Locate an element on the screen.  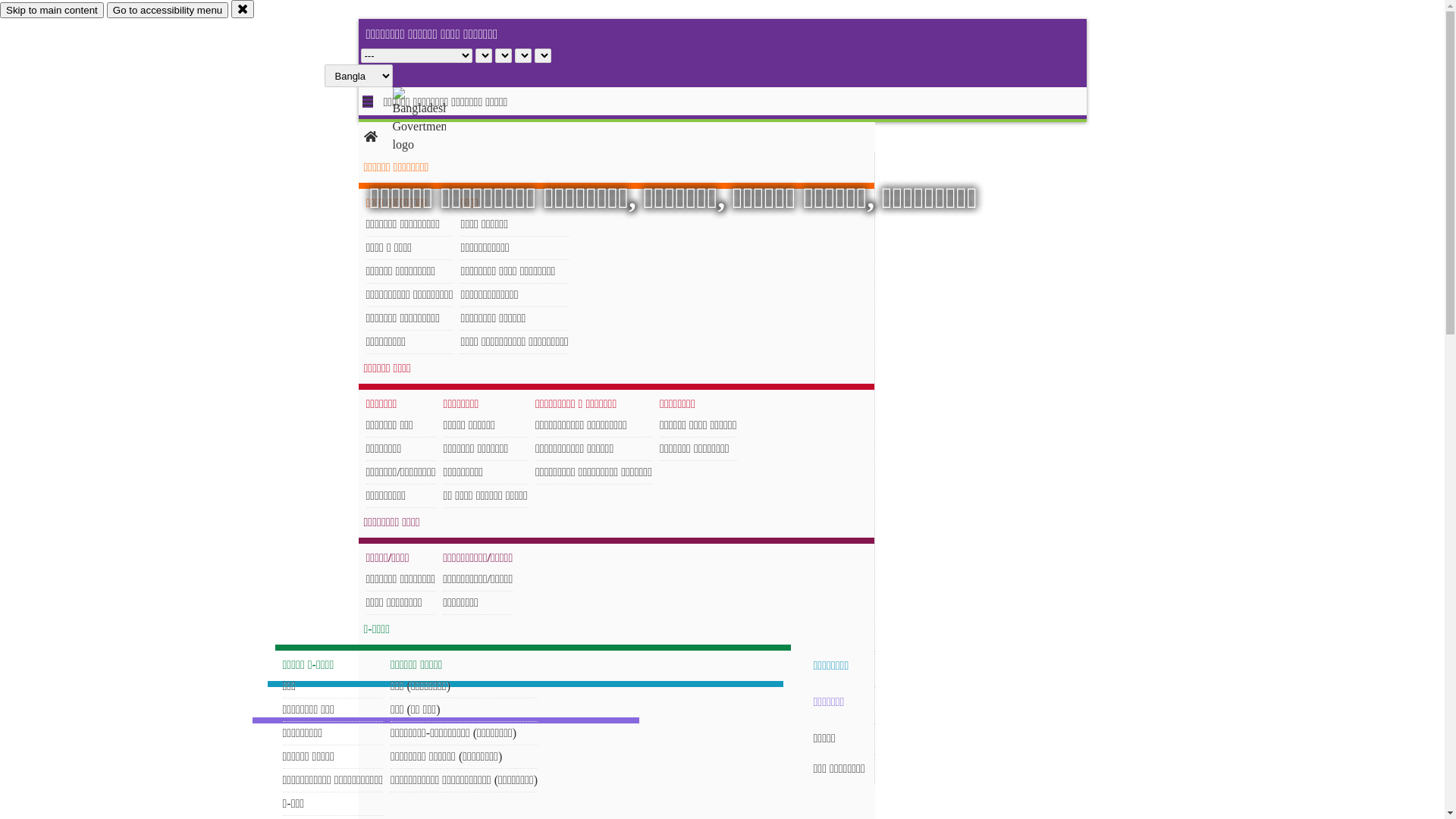
' is located at coordinates (431, 119).